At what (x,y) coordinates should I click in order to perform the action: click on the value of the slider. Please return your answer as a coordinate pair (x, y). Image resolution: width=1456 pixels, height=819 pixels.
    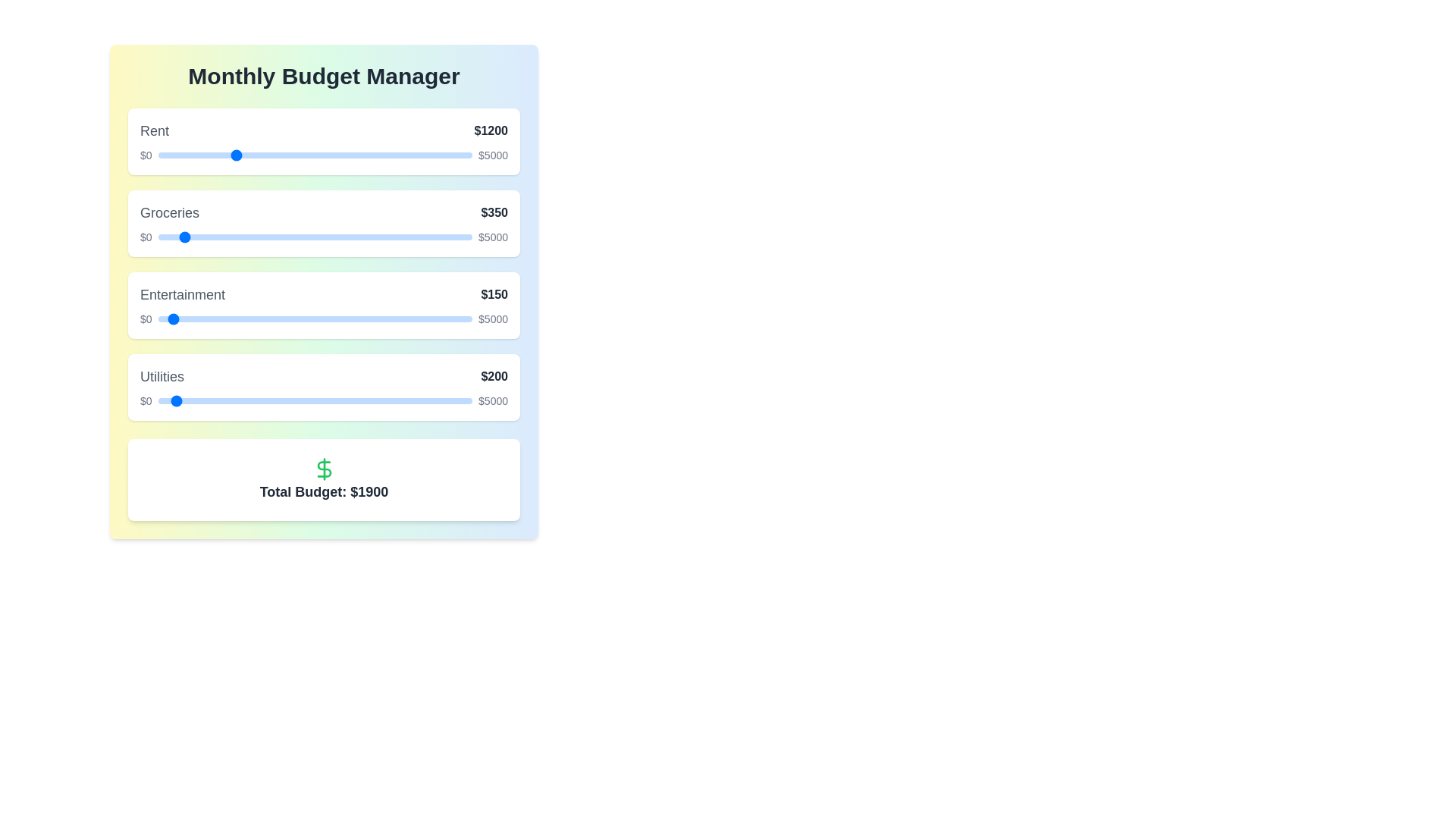
    Looking at the image, I should click on (376, 318).